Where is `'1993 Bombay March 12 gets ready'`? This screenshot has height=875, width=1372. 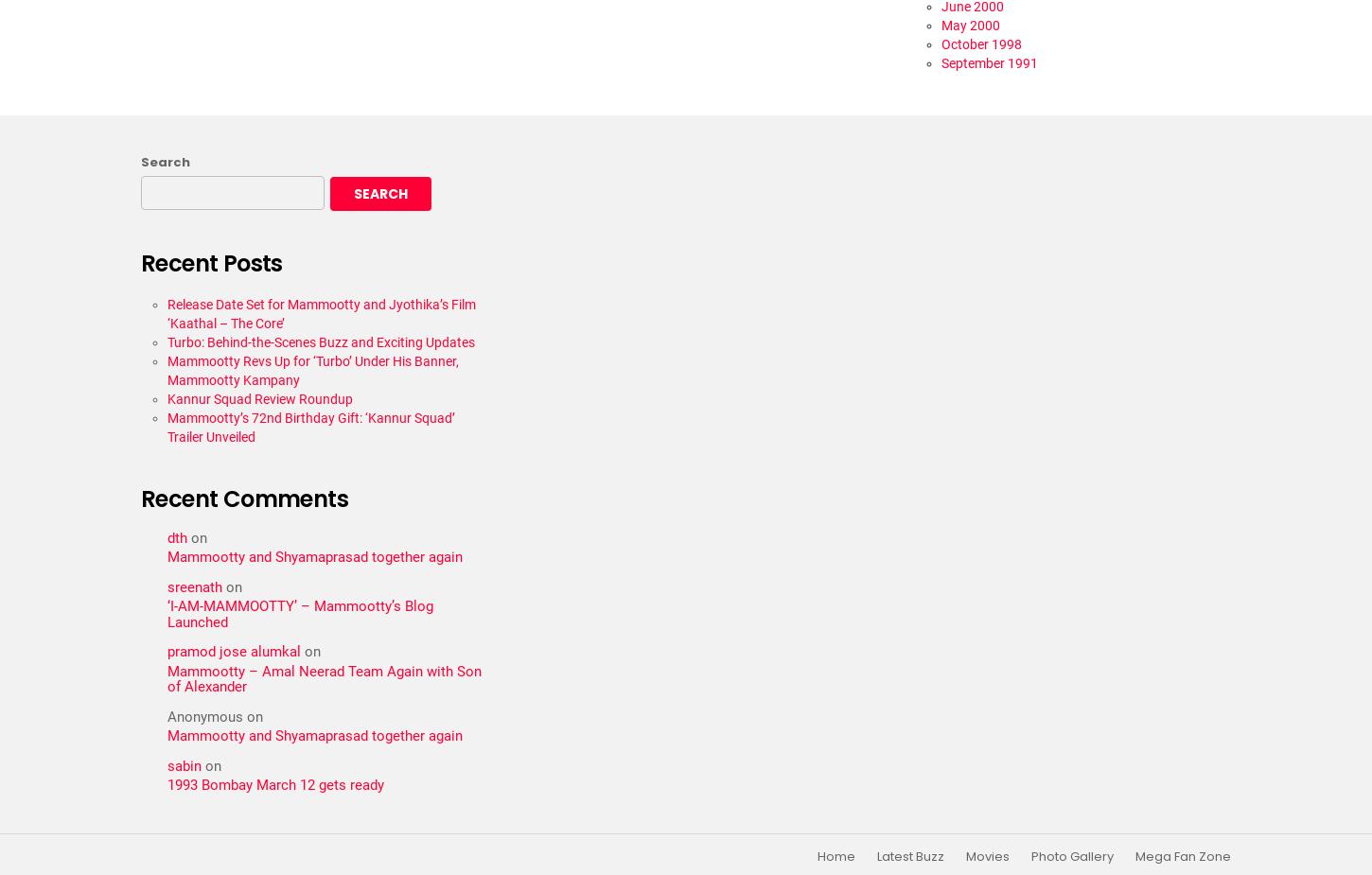 '1993 Bombay March 12 gets ready' is located at coordinates (275, 785).